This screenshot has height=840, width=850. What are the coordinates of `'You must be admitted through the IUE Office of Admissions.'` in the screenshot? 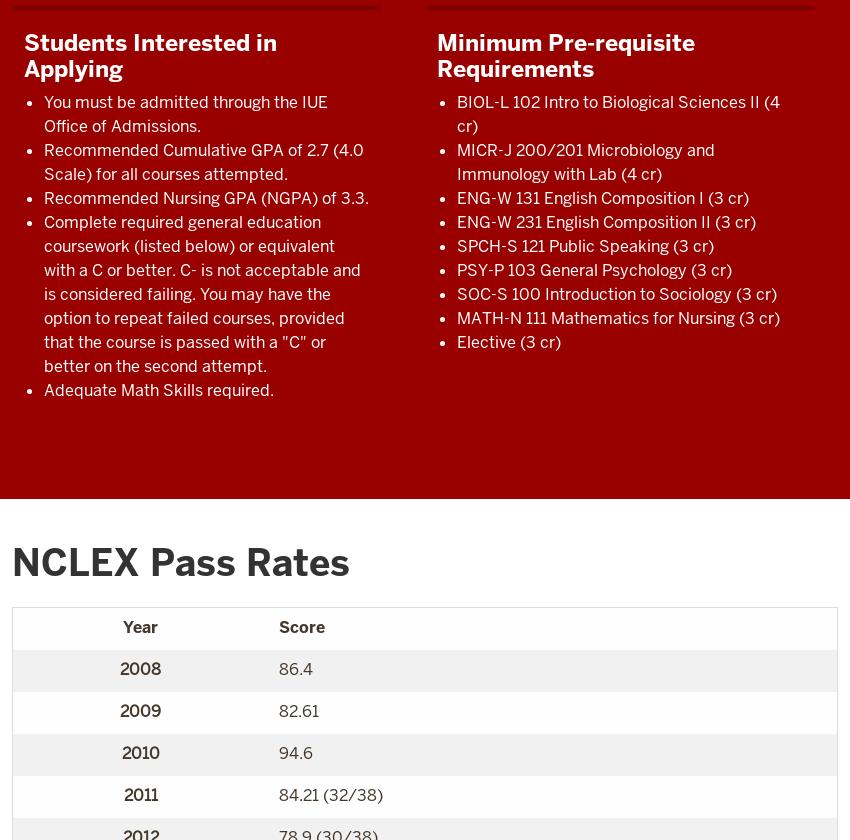 It's located at (184, 113).